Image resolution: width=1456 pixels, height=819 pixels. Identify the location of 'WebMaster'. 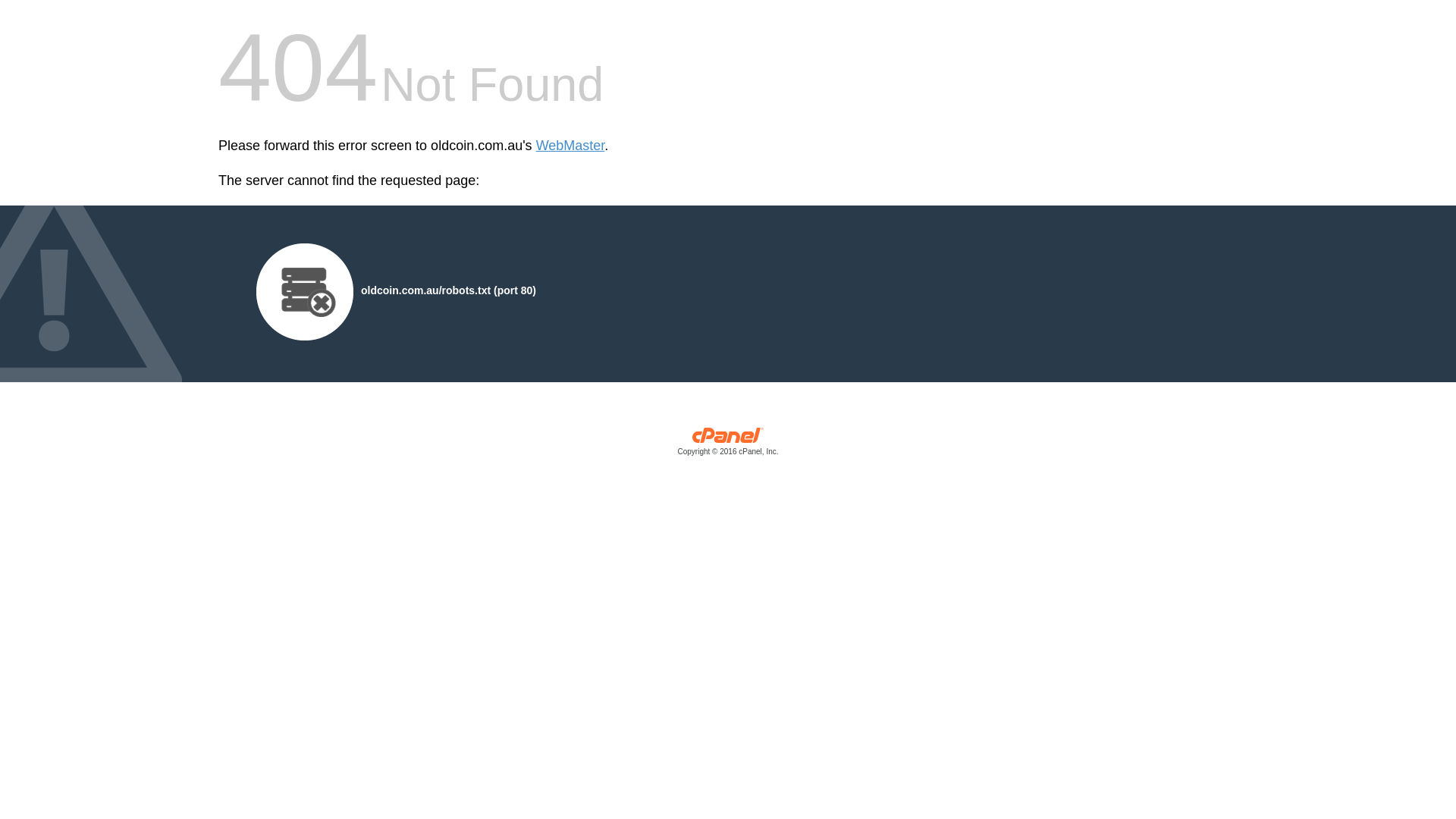
(535, 146).